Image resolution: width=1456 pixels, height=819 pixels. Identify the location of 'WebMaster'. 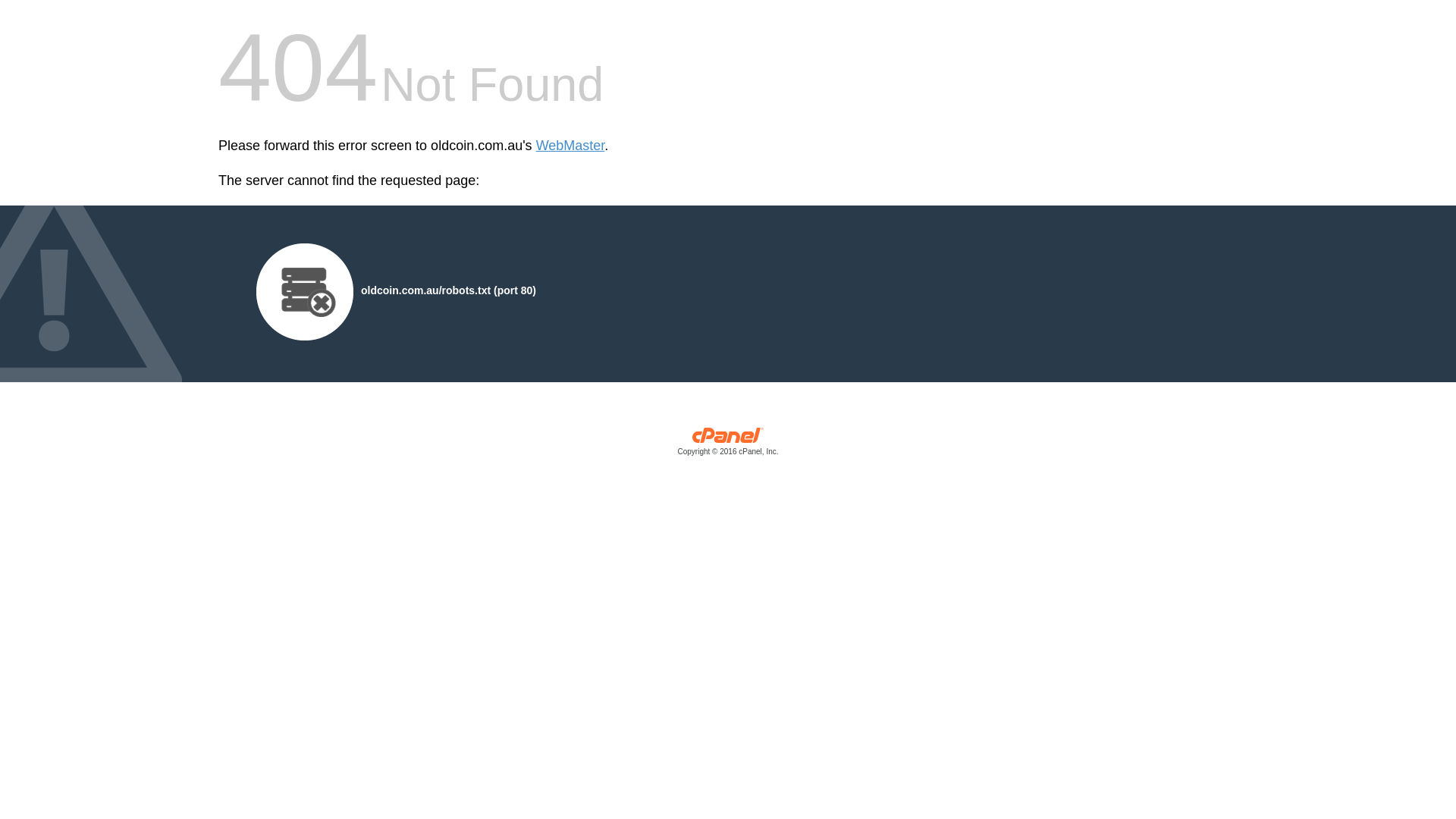
(535, 146).